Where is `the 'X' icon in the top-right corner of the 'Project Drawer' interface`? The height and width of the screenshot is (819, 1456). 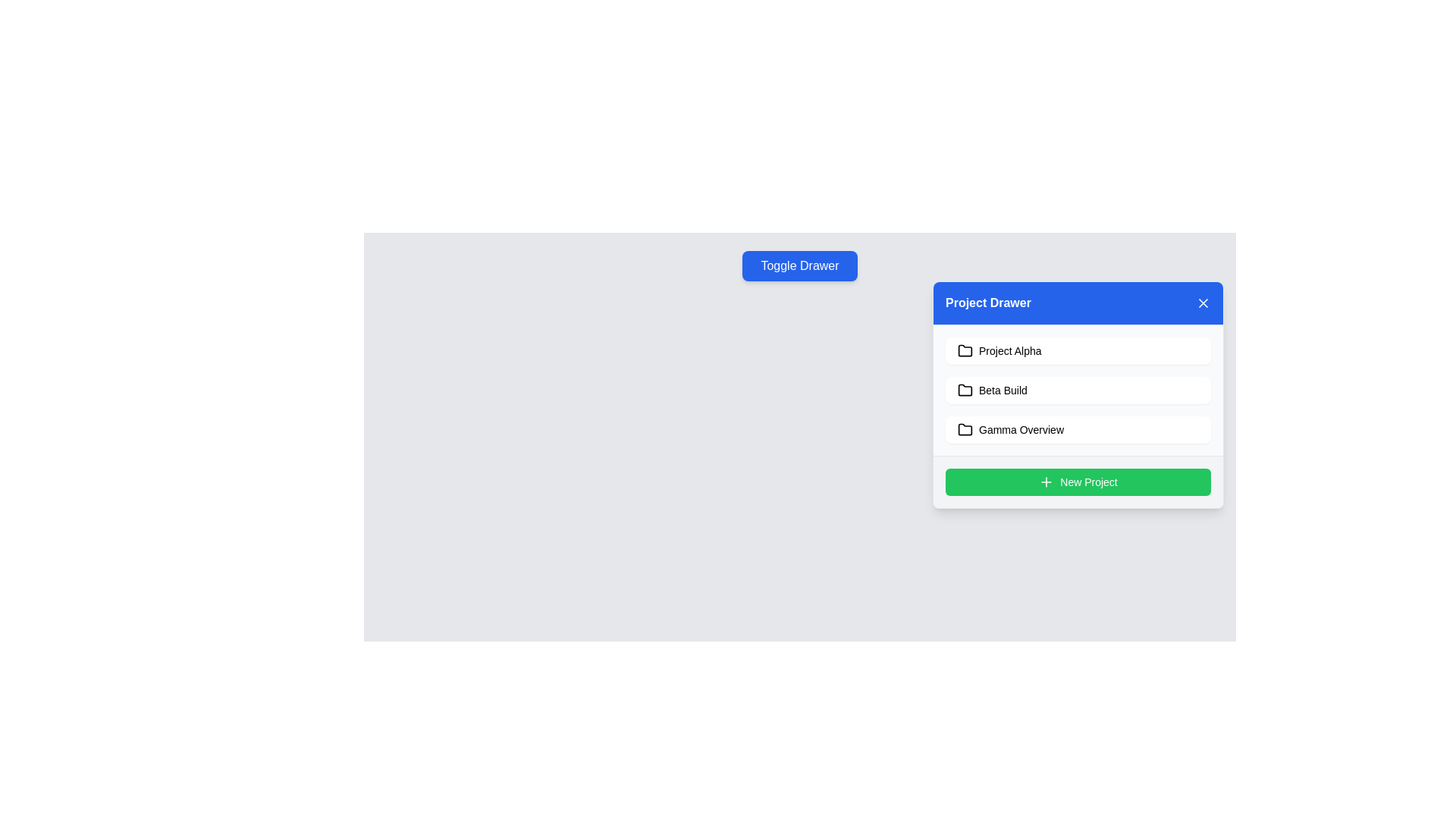 the 'X' icon in the top-right corner of the 'Project Drawer' interface is located at coordinates (1203, 303).